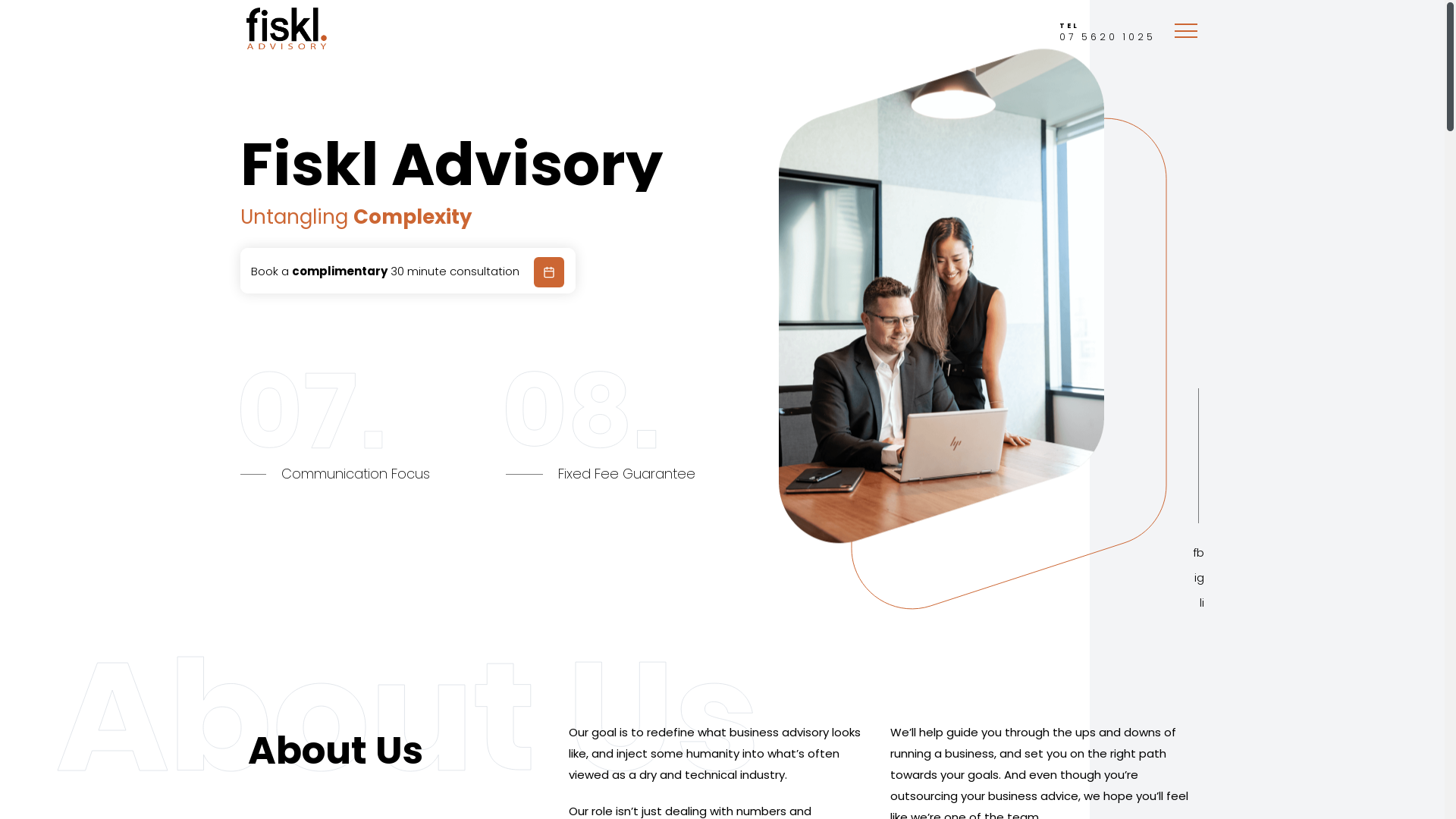  Describe the element at coordinates (940, 295) in the screenshot. I see `'hi-banner-img-1@2x'` at that location.